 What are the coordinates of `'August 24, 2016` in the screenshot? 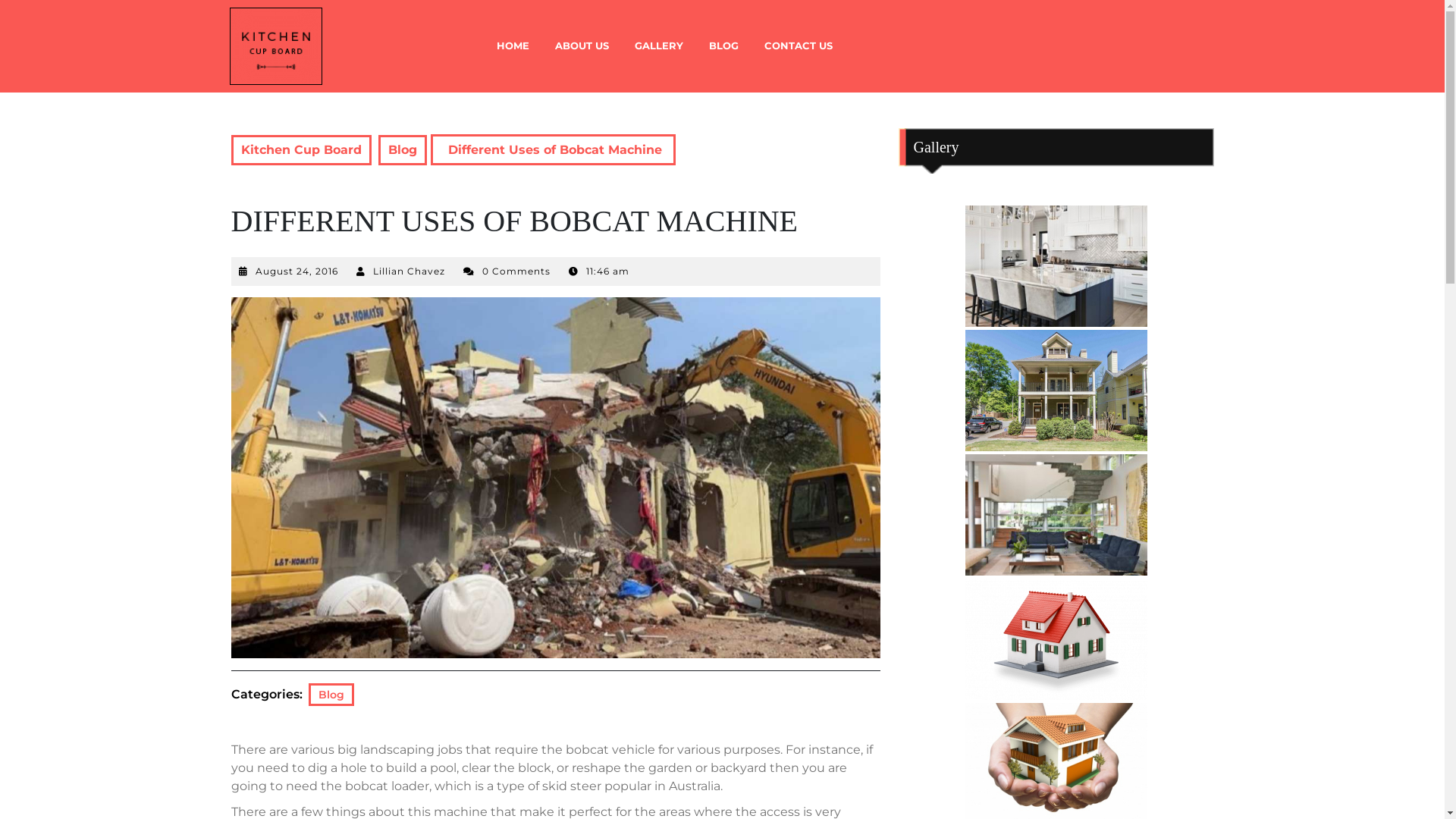 It's located at (296, 270).